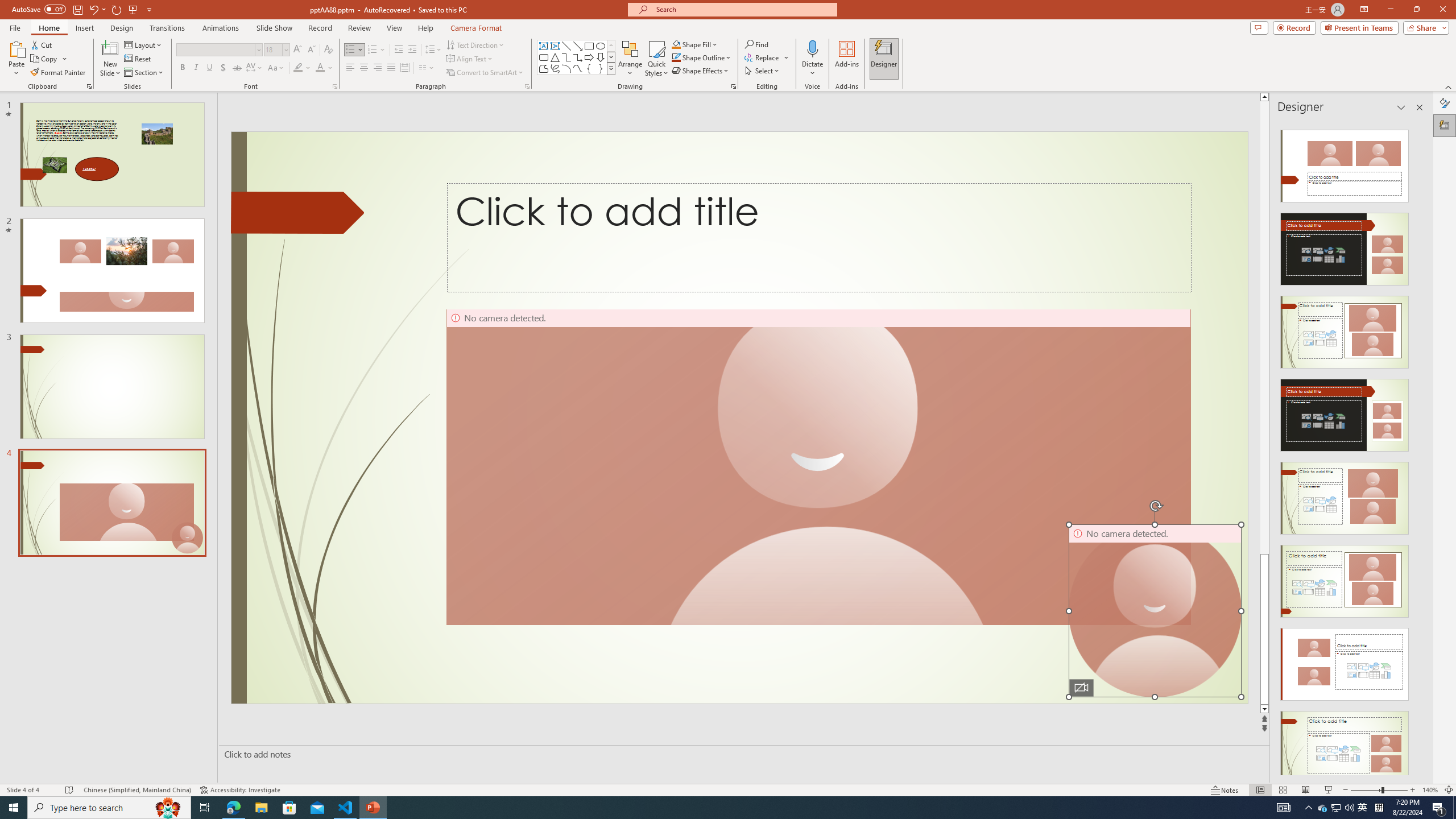 The width and height of the screenshot is (1456, 819). What do you see at coordinates (1423, 27) in the screenshot?
I see `'Share'` at bounding box center [1423, 27].